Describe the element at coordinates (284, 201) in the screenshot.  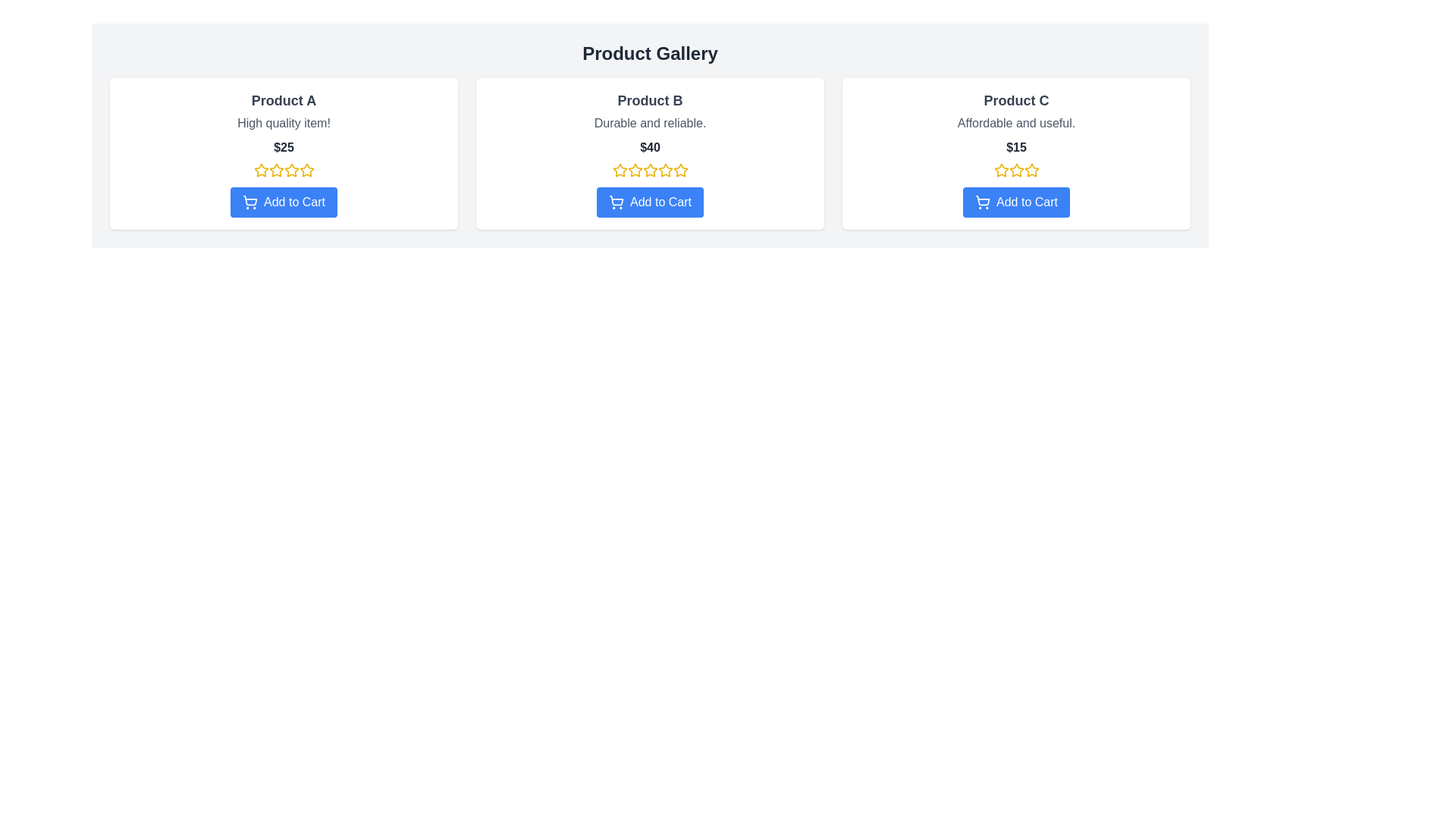
I see `the 'Add Product A to Cart' button located at the bottom of the product card, beneath the star rating section` at that location.